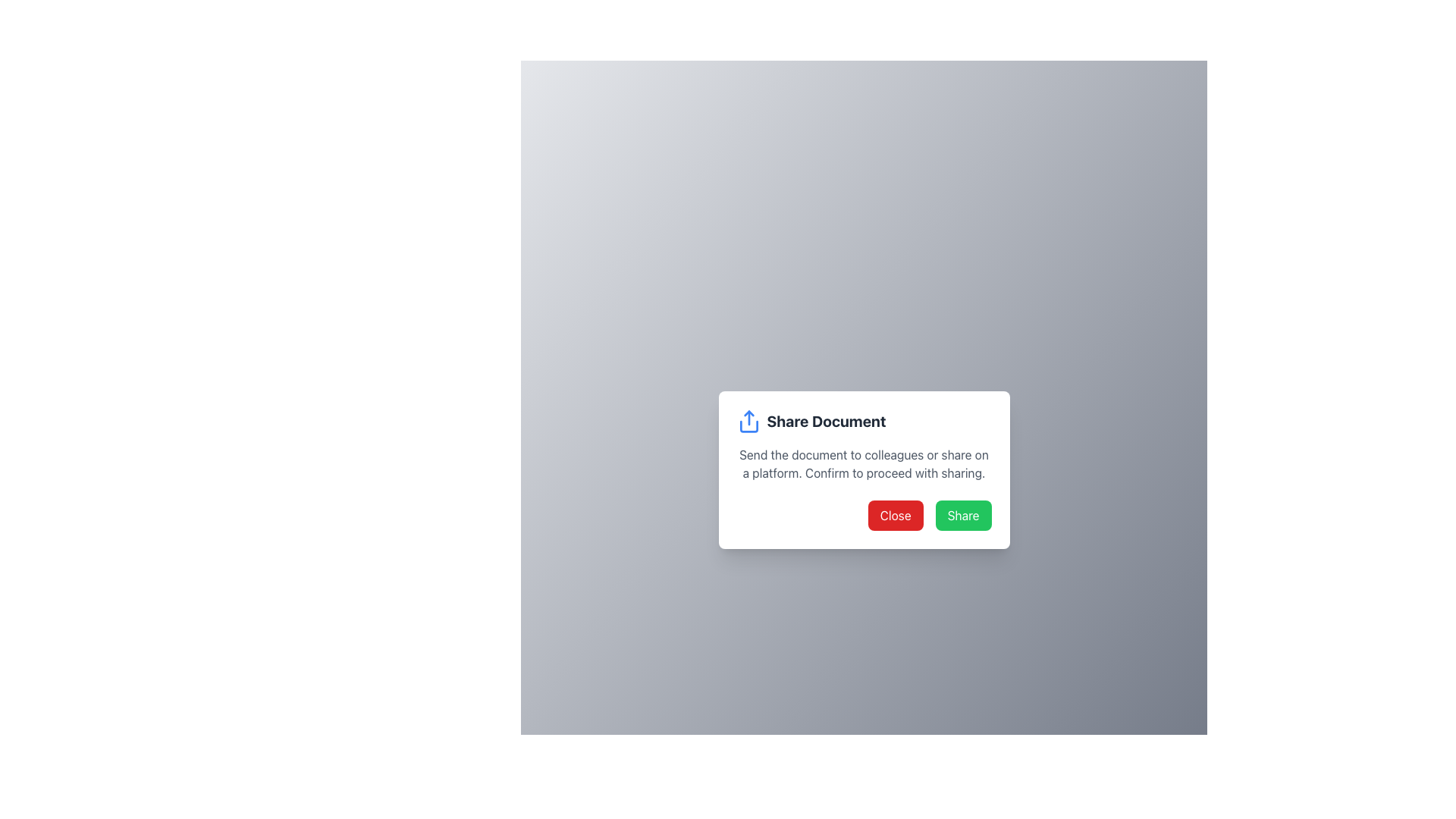 The height and width of the screenshot is (819, 1456). Describe the element at coordinates (825, 421) in the screenshot. I see `title text located at the center of the dialog box which provides context for sharing a document` at that location.